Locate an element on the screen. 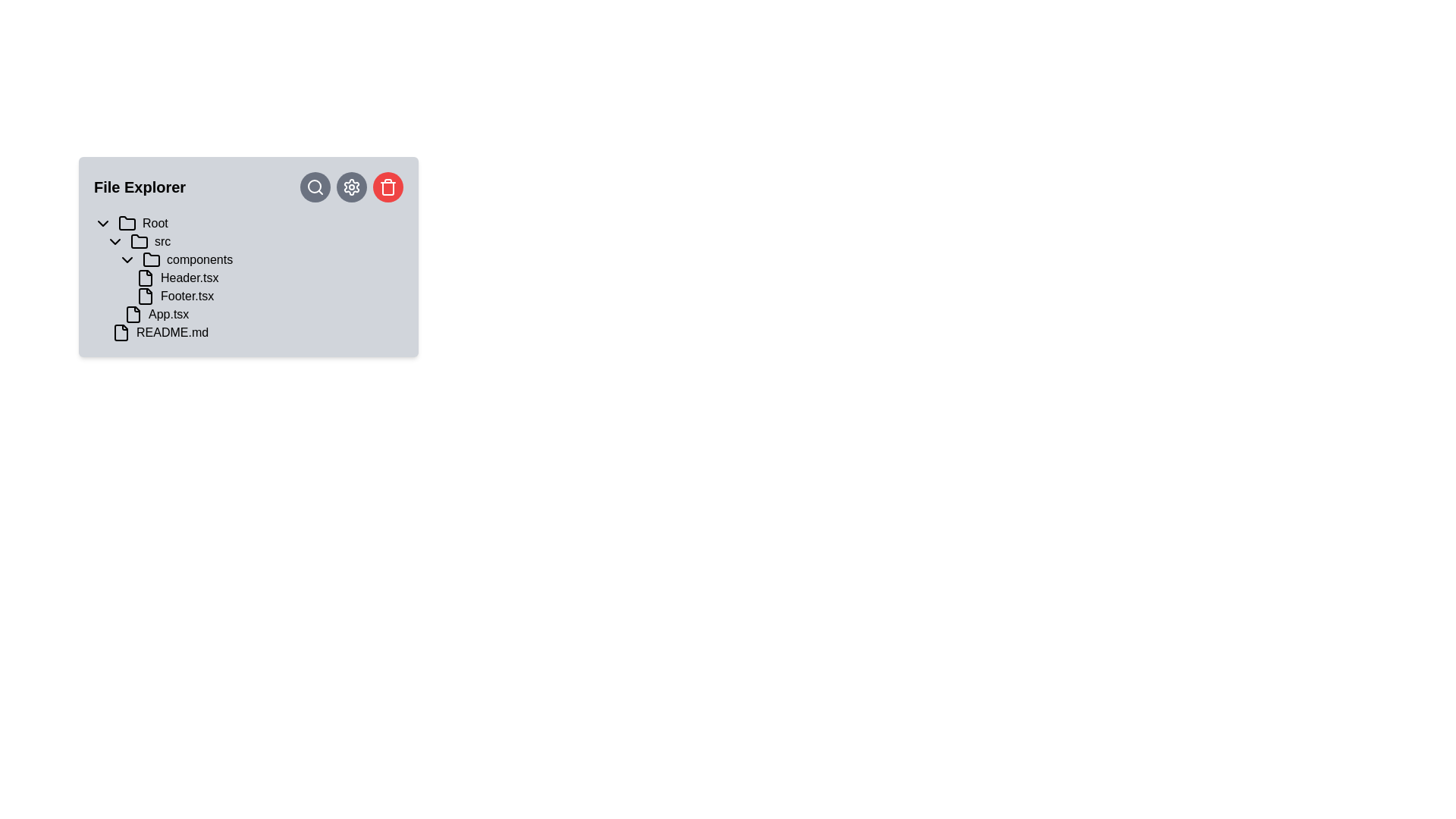 This screenshot has height=819, width=1456. the document icon representing 'Header.tsx' in the file explorer interface is located at coordinates (146, 278).